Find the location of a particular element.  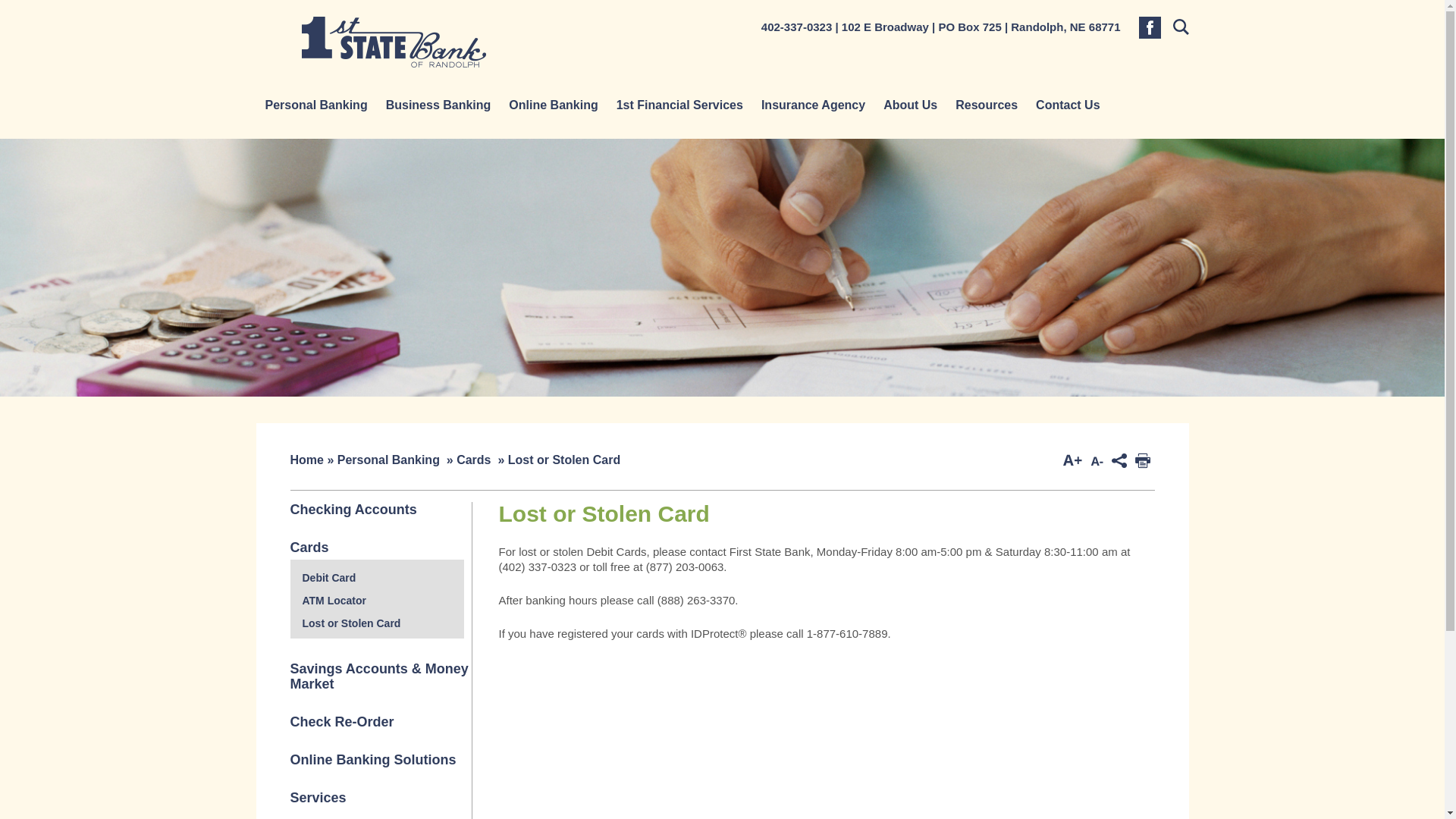

'402-337-0323' is located at coordinates (761, 27).